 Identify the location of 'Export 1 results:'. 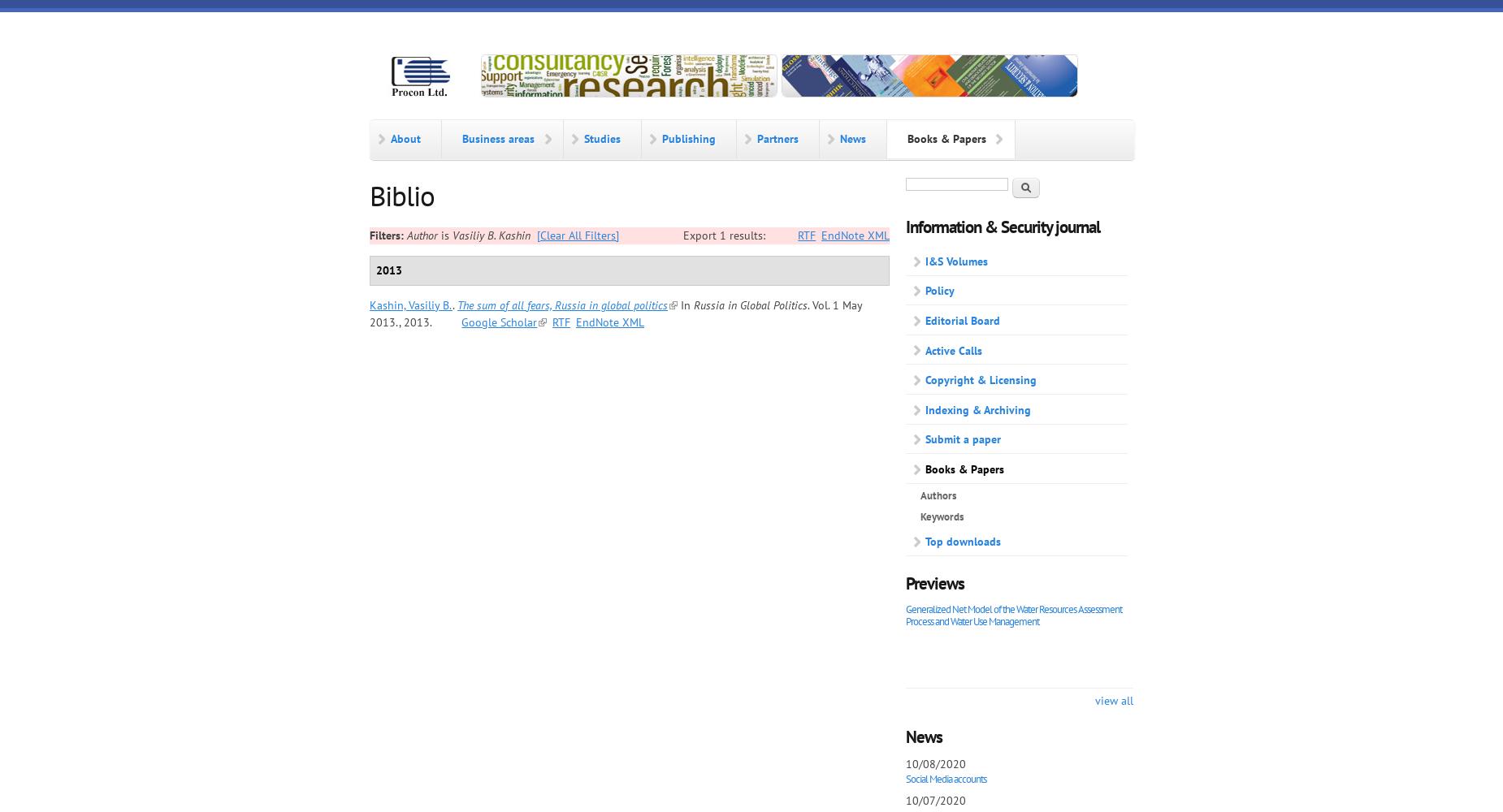
(725, 235).